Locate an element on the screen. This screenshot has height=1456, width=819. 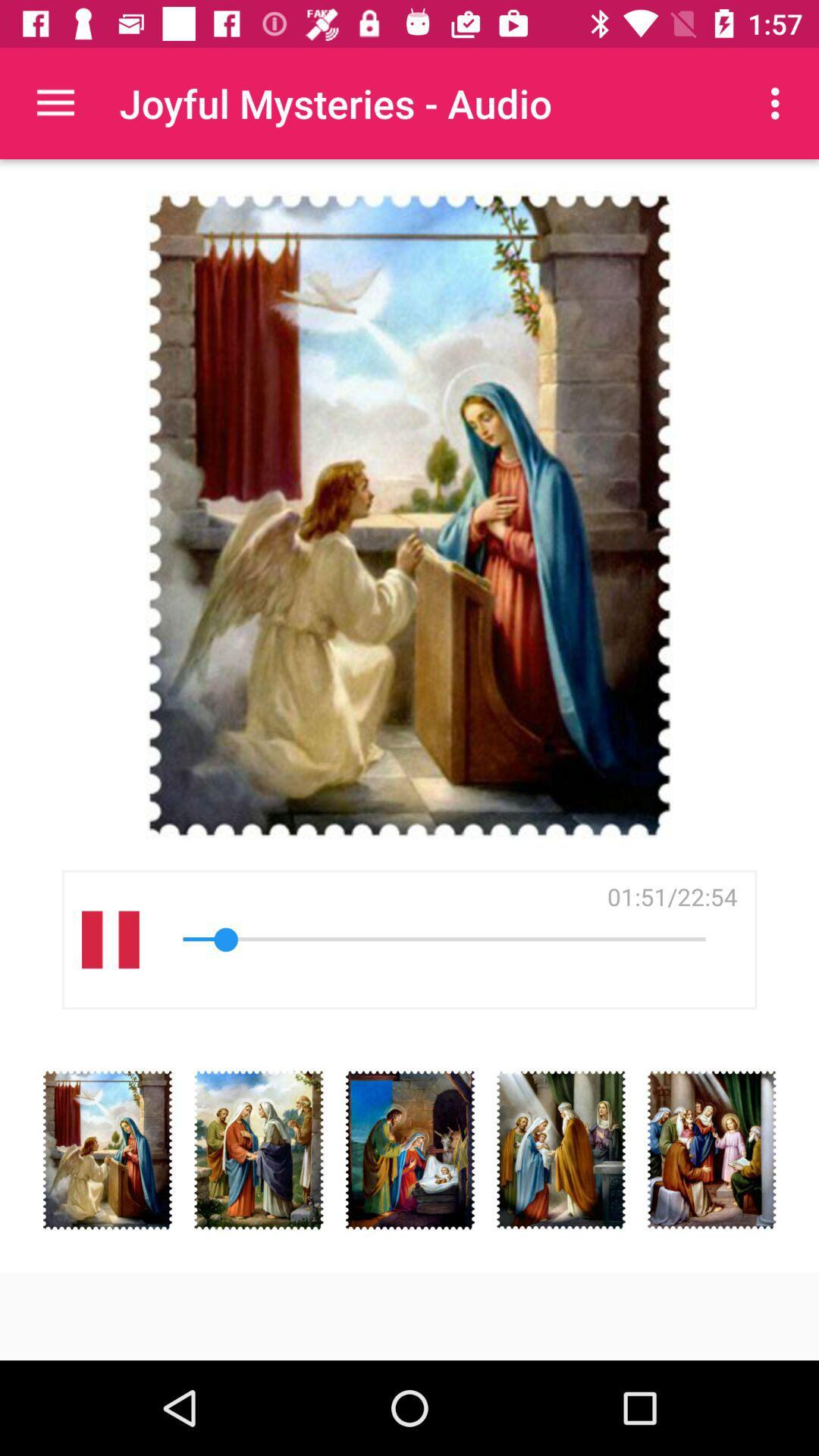
icon above 01 52 22 item is located at coordinates (779, 102).